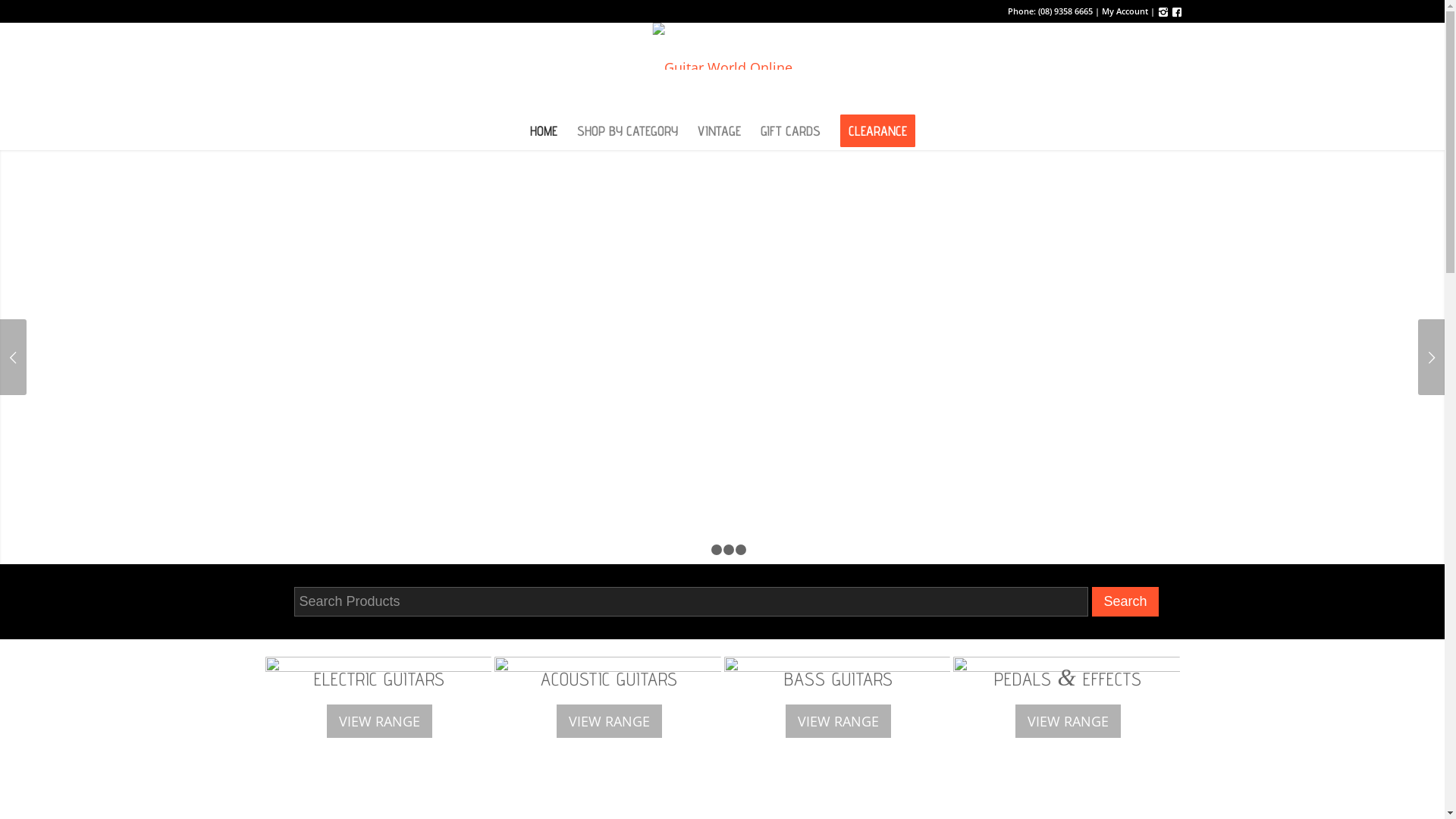  I want to click on 'GIFT CARDS', so click(789, 130).